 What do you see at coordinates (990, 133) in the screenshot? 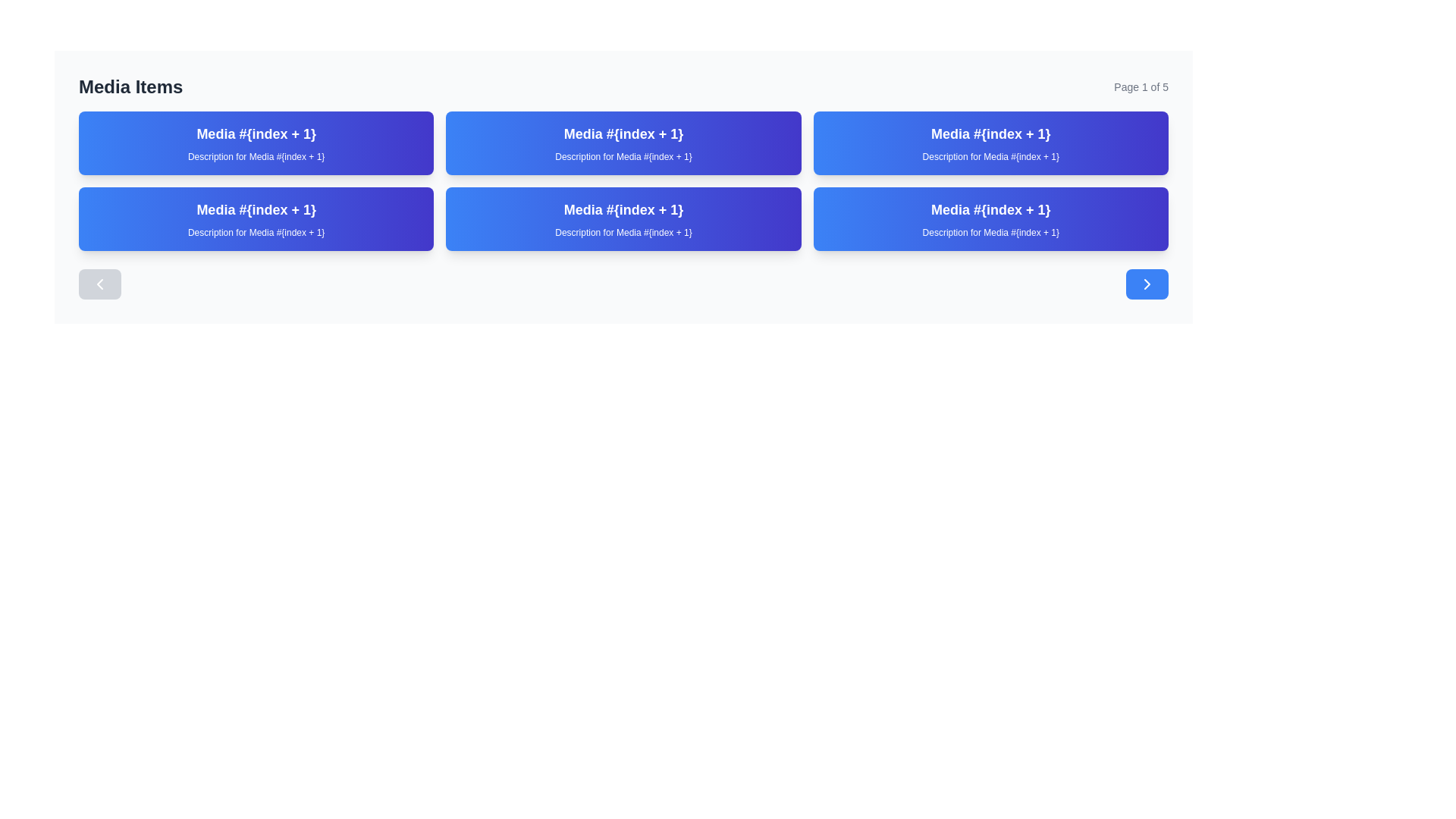
I see `text from the large, bold white label displaying 'Media #{index + 1}' located at the center of the upper part of a card-like component in the top row and third column of the grid layout` at bounding box center [990, 133].